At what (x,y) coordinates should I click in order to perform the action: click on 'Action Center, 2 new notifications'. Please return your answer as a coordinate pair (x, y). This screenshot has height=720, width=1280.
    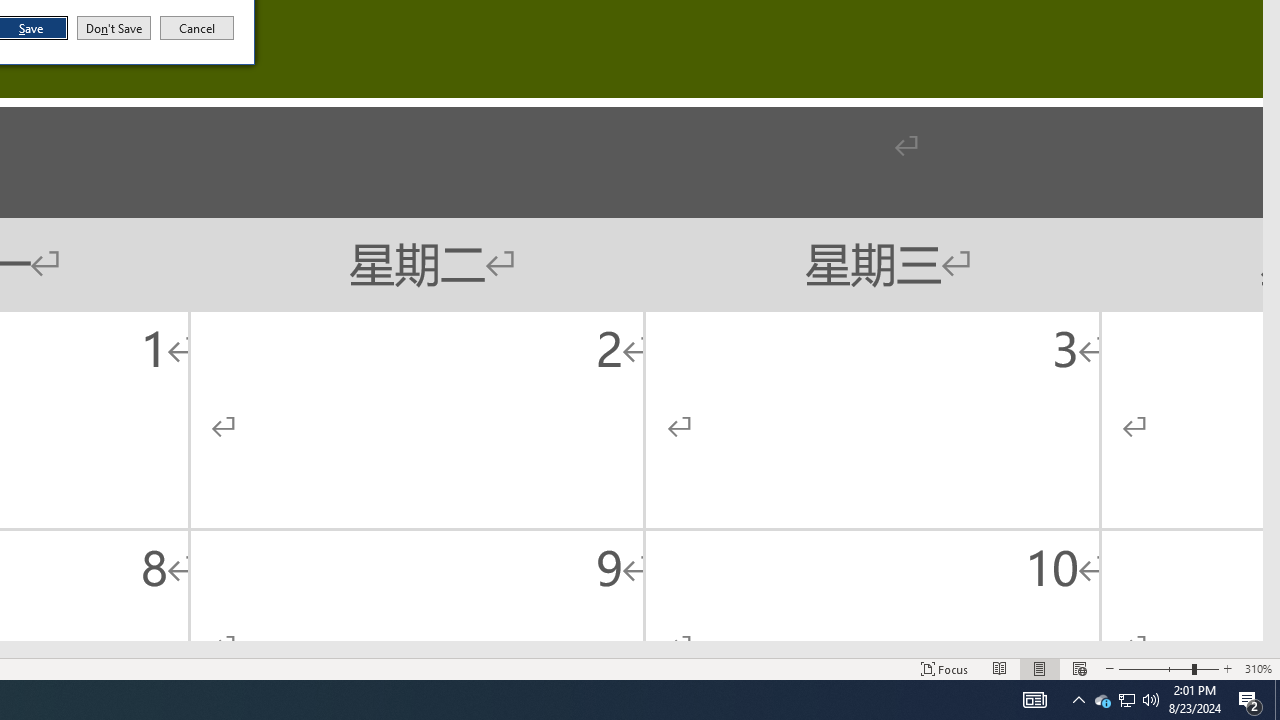
    Looking at the image, I should click on (1250, 698).